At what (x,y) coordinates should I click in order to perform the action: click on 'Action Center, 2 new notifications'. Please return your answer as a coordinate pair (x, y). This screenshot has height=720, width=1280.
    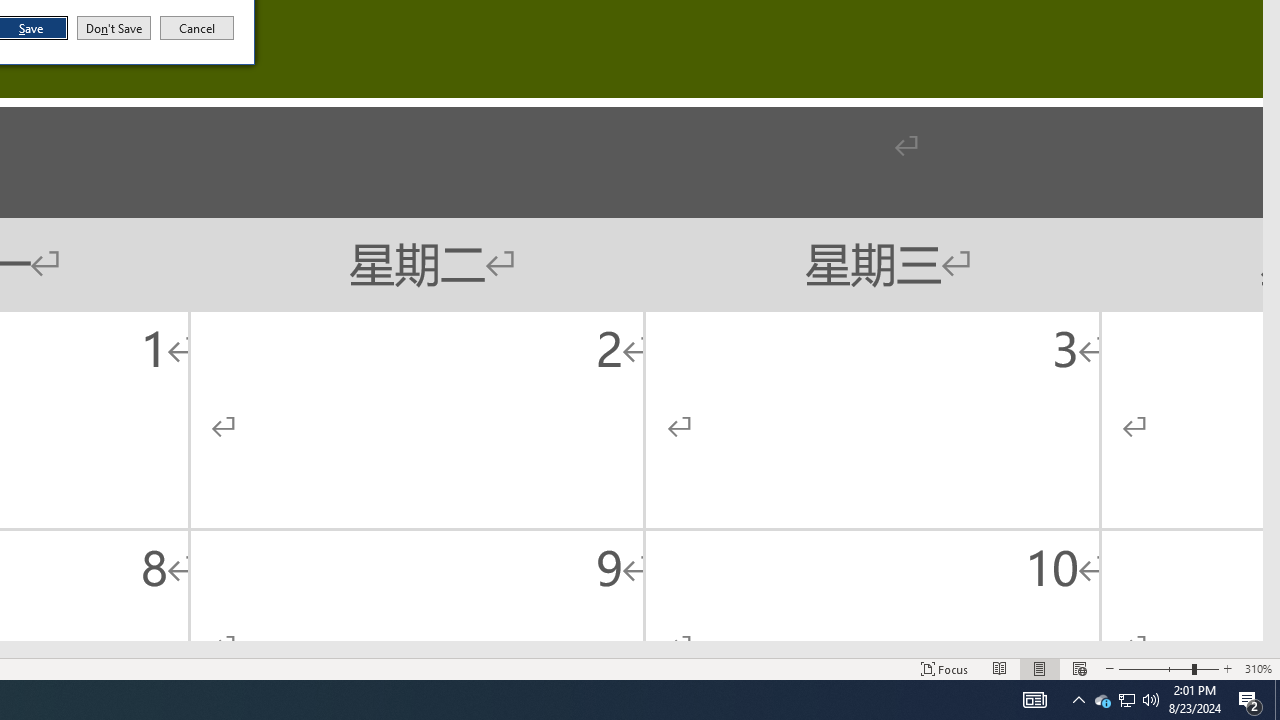
    Looking at the image, I should click on (1250, 698).